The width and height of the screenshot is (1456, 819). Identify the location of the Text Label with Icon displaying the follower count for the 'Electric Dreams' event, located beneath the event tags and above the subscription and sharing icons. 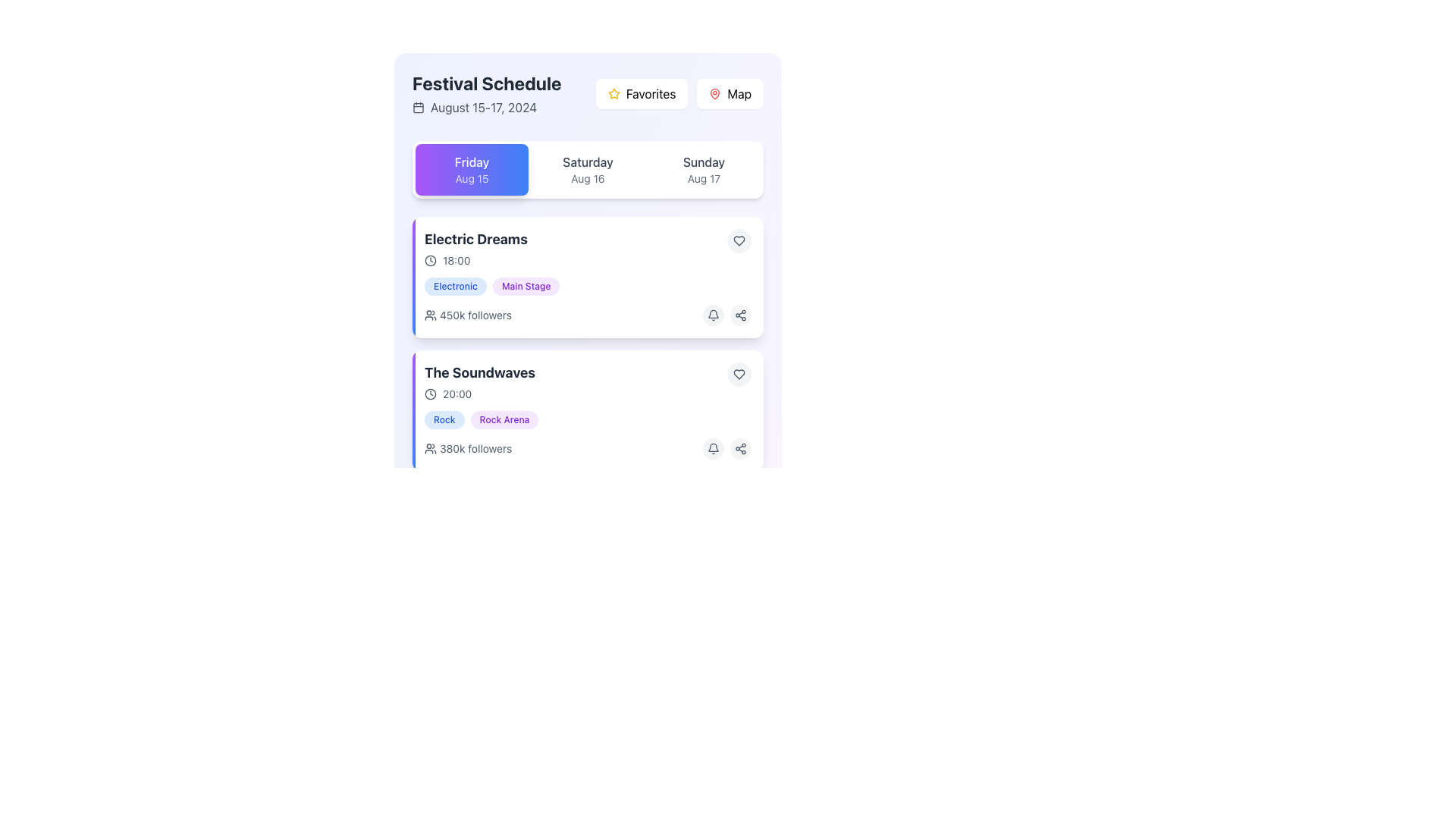
(467, 315).